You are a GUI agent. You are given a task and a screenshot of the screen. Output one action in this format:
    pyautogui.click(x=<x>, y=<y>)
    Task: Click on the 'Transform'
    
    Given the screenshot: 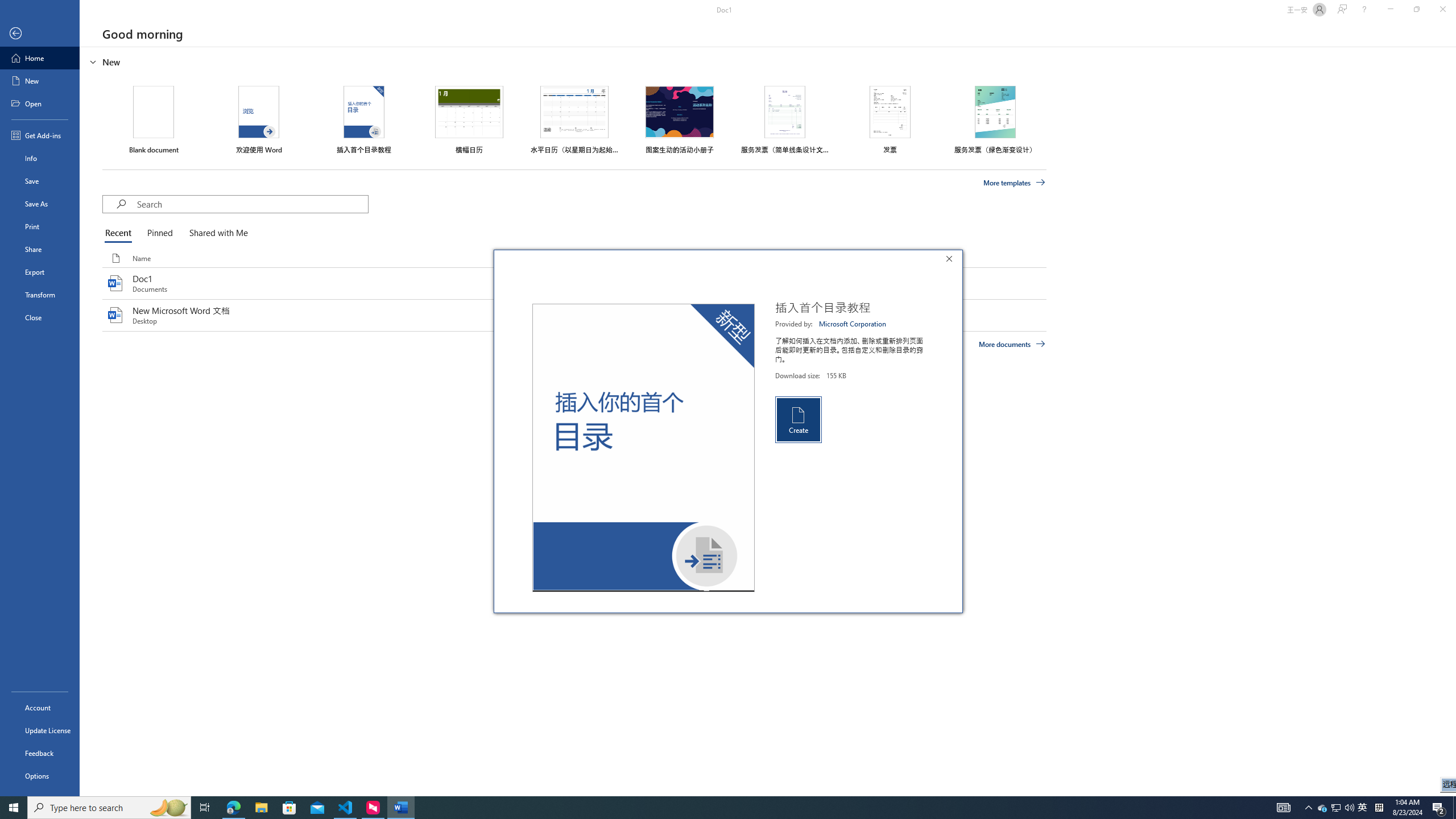 What is the action you would take?
    pyautogui.click(x=39, y=294)
    